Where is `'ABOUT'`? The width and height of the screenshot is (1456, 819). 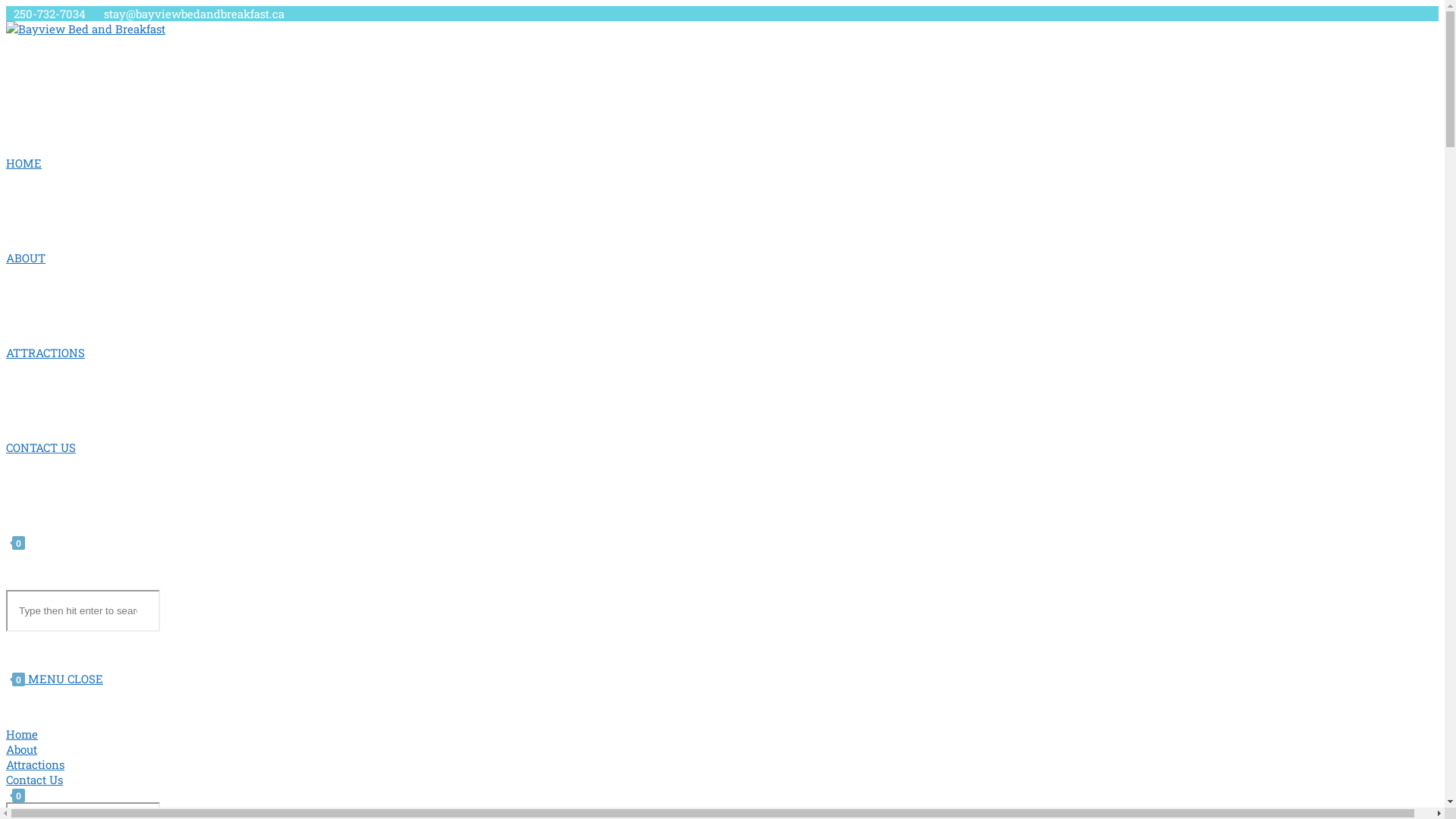
'ABOUT' is located at coordinates (25, 256).